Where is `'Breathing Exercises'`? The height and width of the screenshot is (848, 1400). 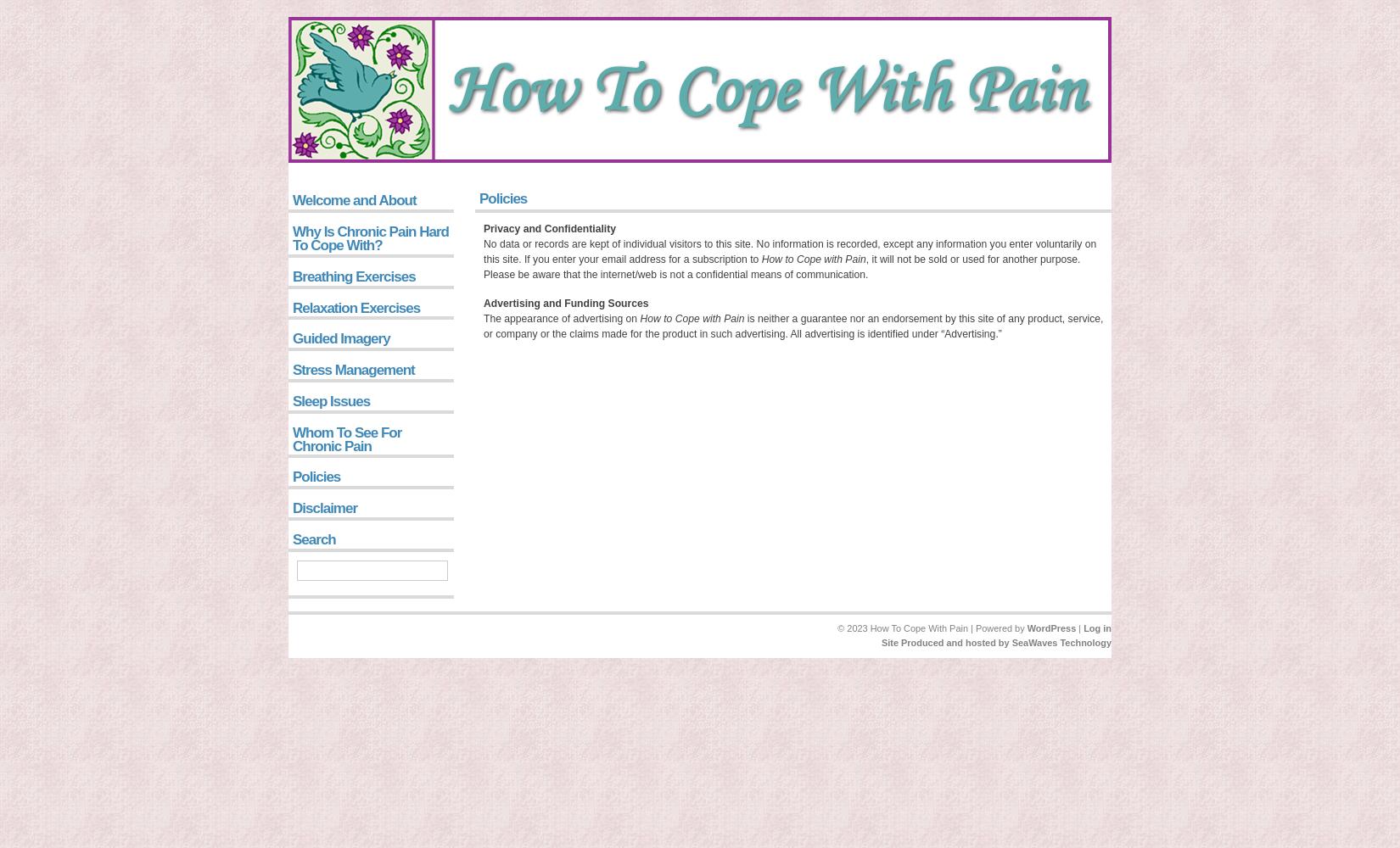
'Breathing Exercises' is located at coordinates (352, 275).